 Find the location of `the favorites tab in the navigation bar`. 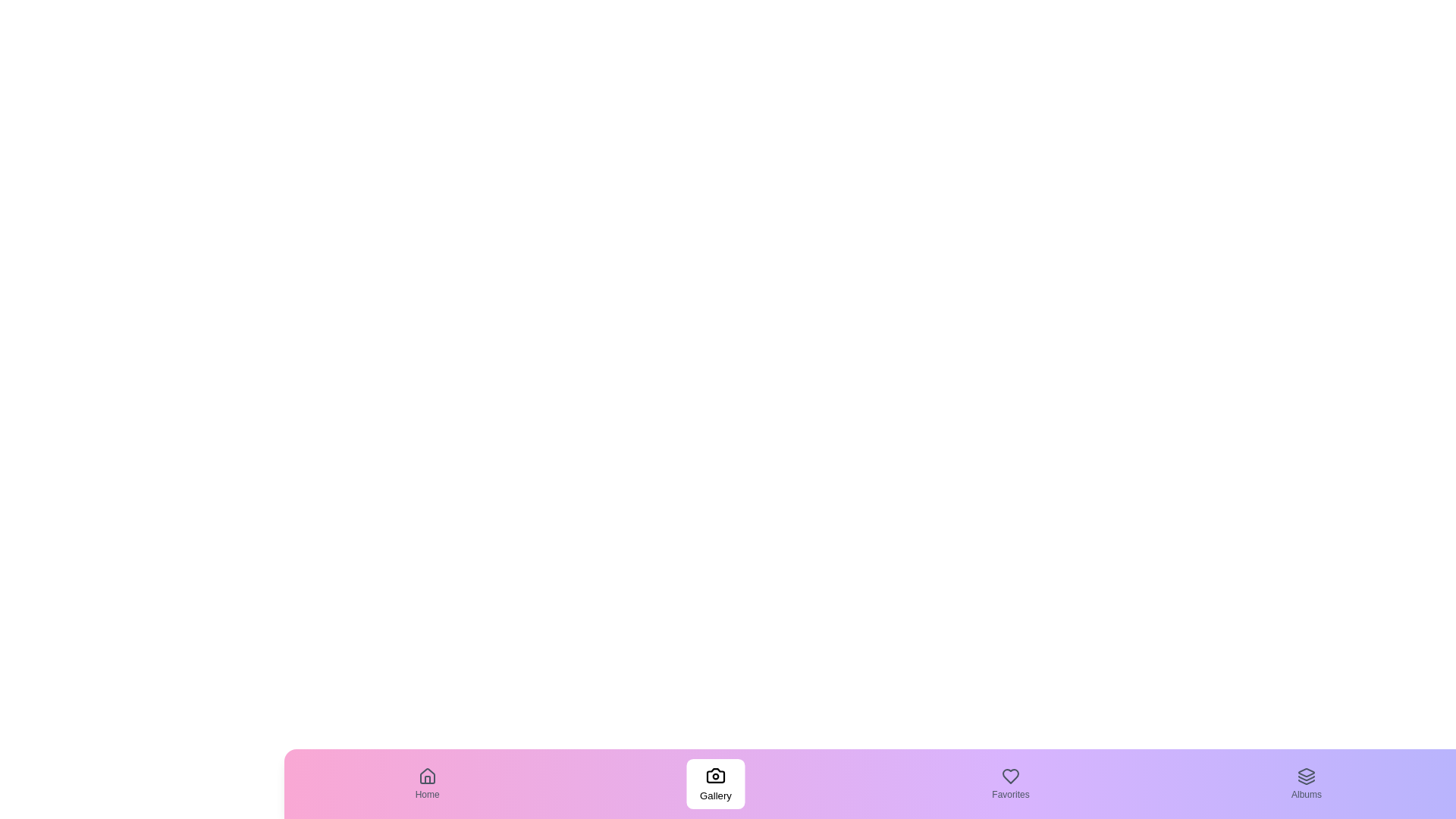

the favorites tab in the navigation bar is located at coordinates (1011, 783).